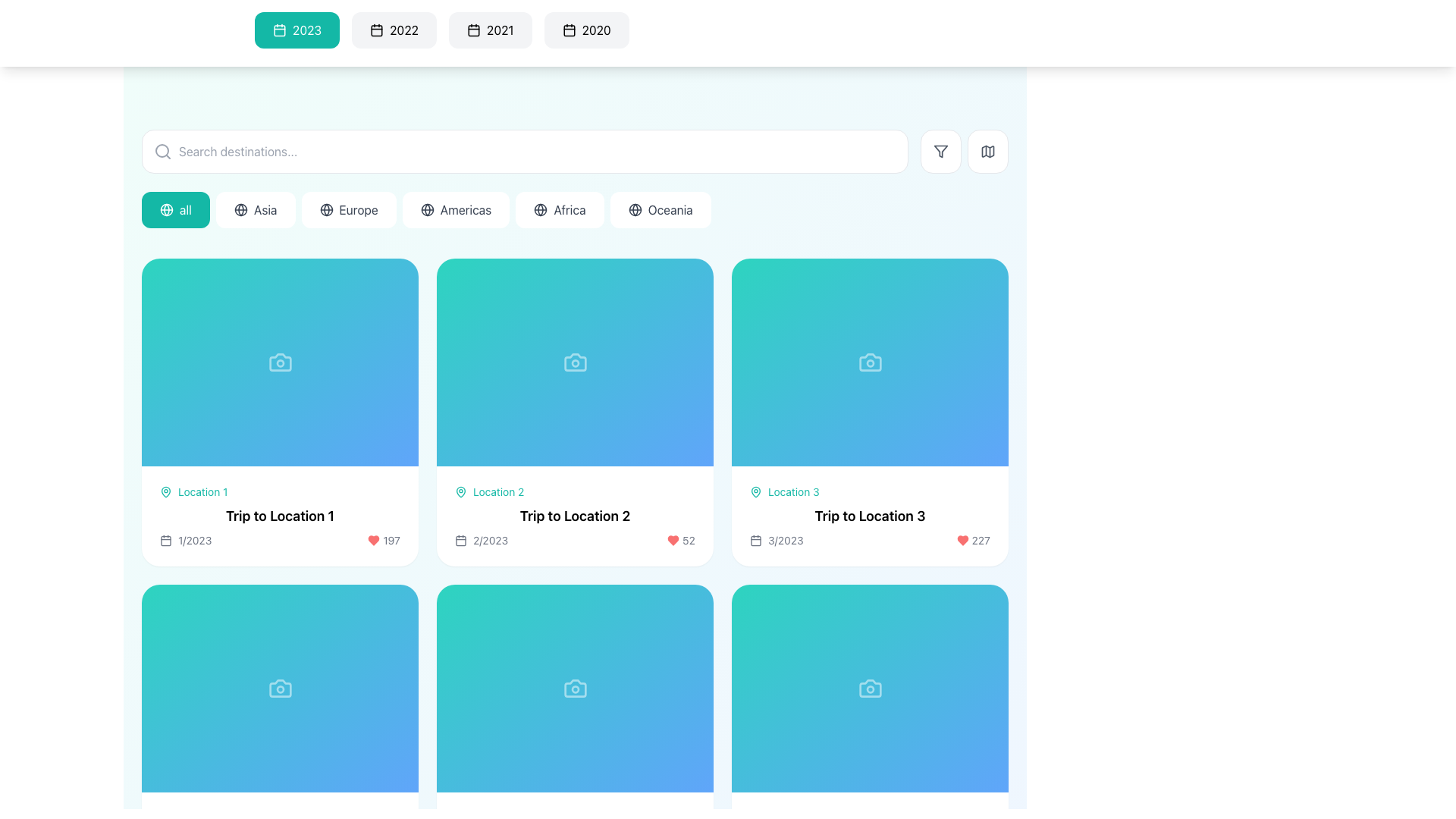  What do you see at coordinates (280, 688) in the screenshot?
I see `the icon representing a missing image in the bottom-right item of the photo grid under 'Trending Photos'` at bounding box center [280, 688].